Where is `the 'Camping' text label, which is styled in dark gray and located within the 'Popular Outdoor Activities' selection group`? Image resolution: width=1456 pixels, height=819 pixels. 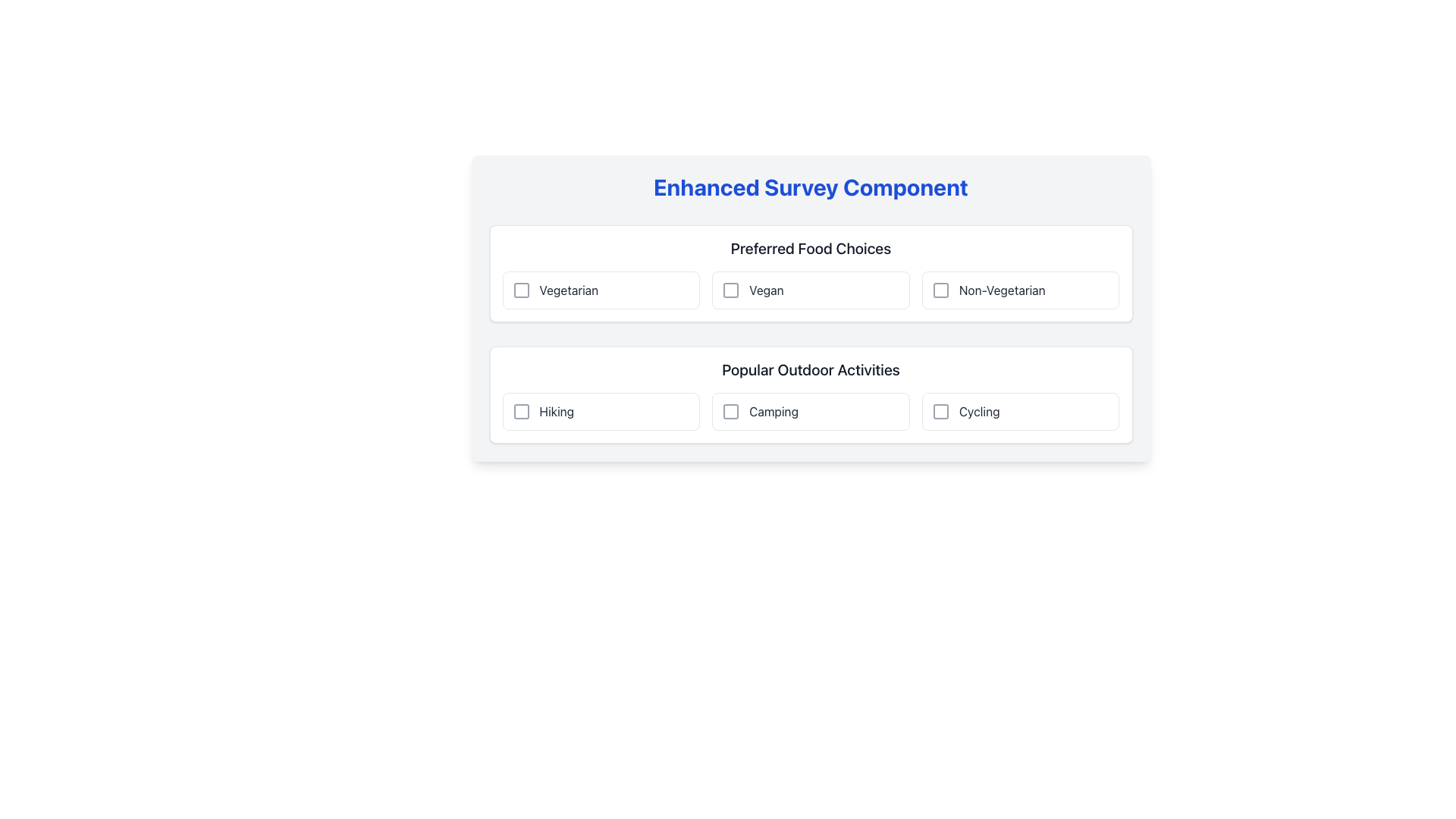 the 'Camping' text label, which is styled in dark gray and located within the 'Popular Outdoor Activities' selection group is located at coordinates (773, 412).